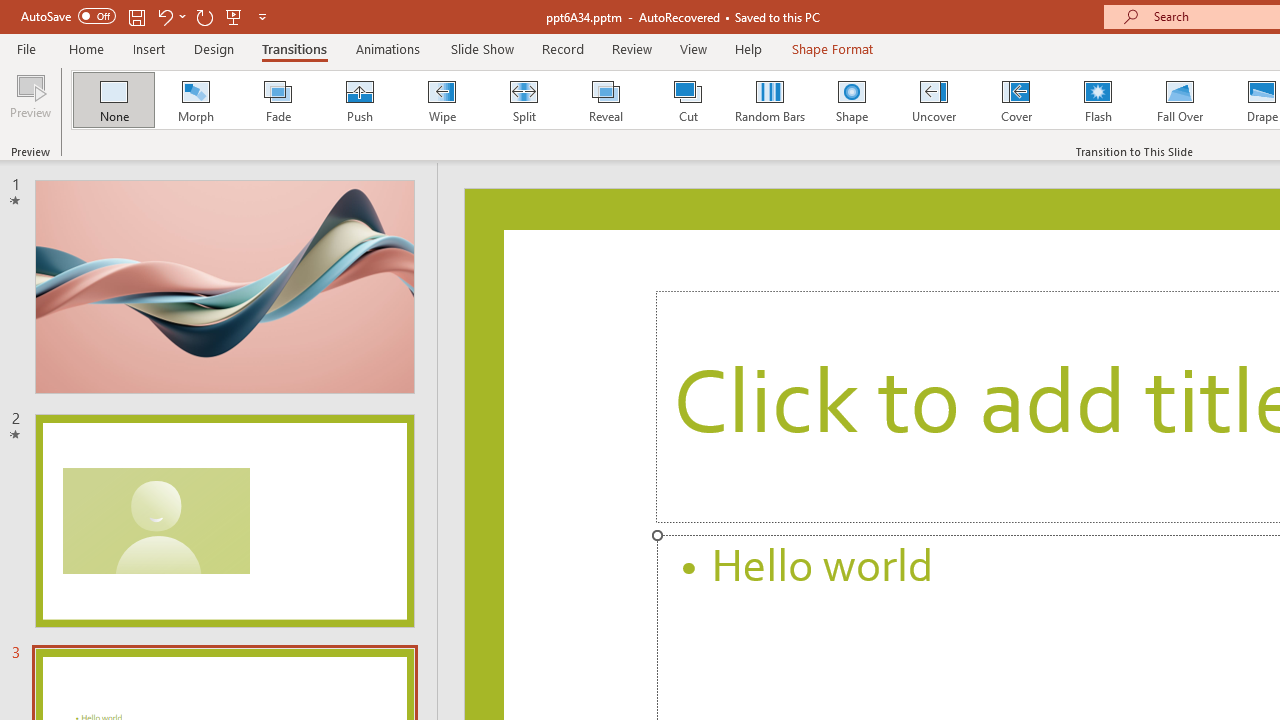 This screenshot has width=1280, height=720. I want to click on 'None', so click(112, 100).